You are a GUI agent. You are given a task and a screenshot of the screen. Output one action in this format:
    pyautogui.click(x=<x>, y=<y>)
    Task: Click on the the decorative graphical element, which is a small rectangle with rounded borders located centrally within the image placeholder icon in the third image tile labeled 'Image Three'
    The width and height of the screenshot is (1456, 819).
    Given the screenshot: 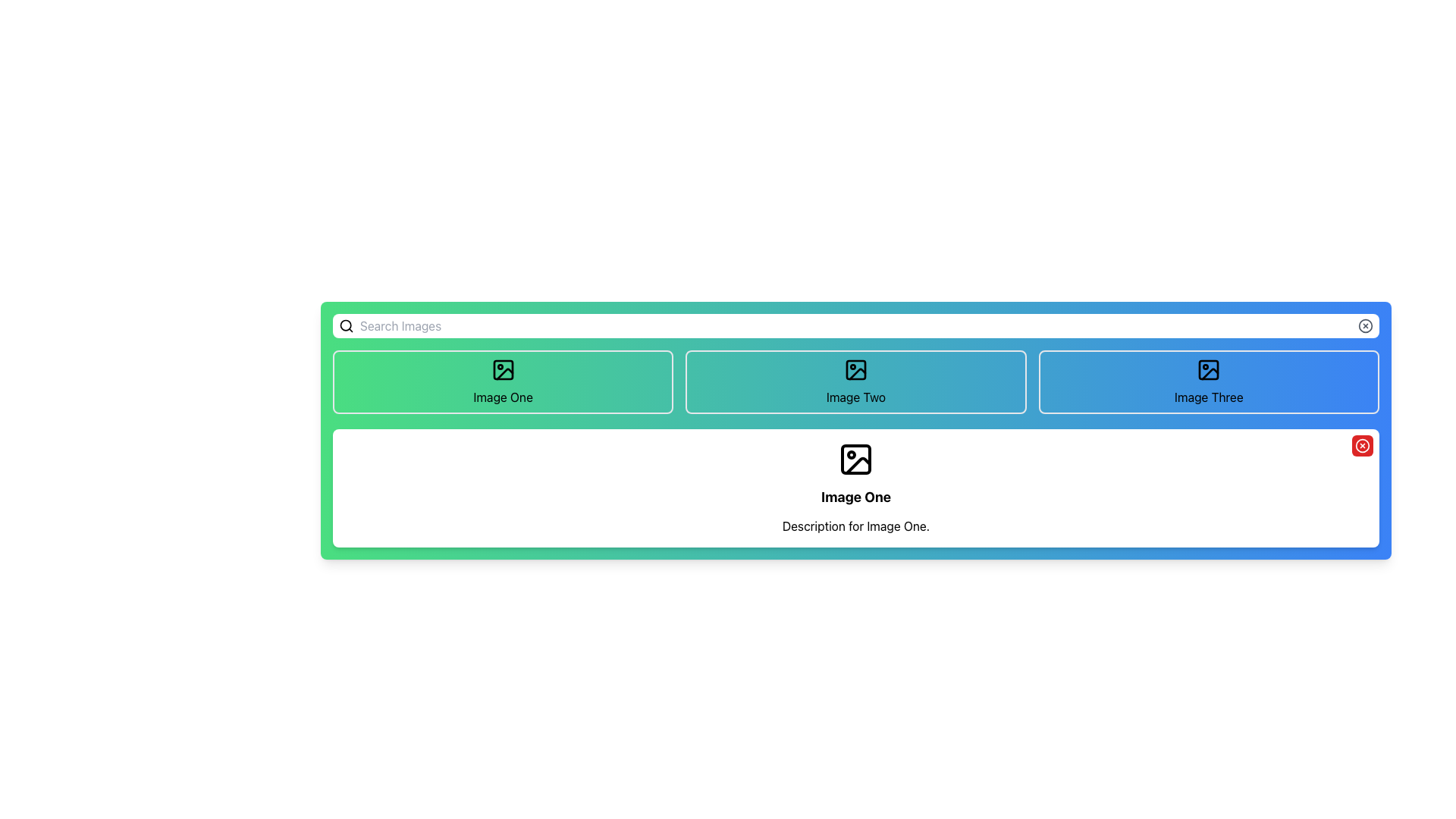 What is the action you would take?
    pyautogui.click(x=1208, y=370)
    